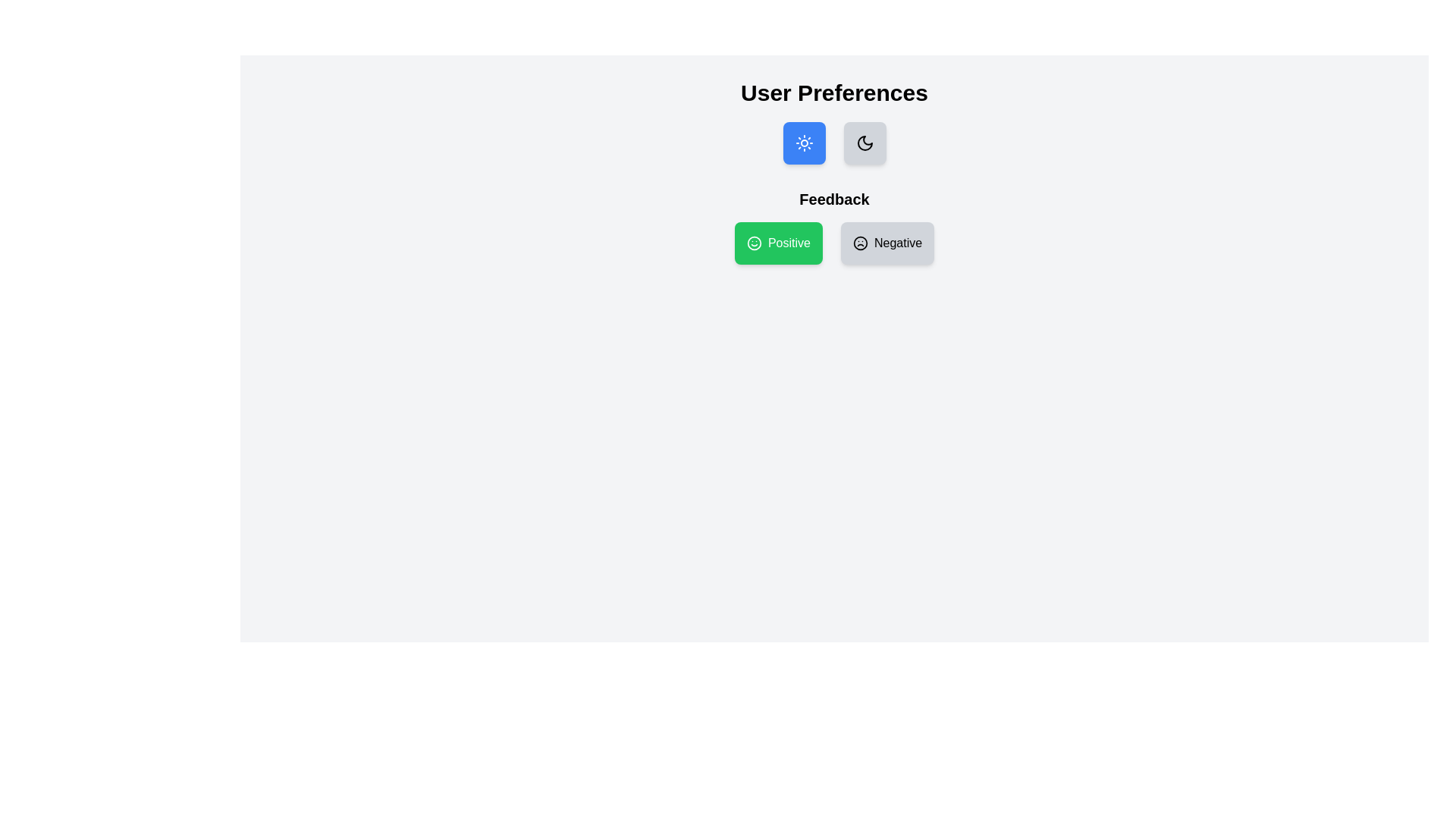 The height and width of the screenshot is (819, 1456). Describe the element at coordinates (803, 143) in the screenshot. I see `the sun icon button, which symbolizes light mode in the user interface, located within a blue rounded rectangle under the 'User Preferences' heading` at that location.